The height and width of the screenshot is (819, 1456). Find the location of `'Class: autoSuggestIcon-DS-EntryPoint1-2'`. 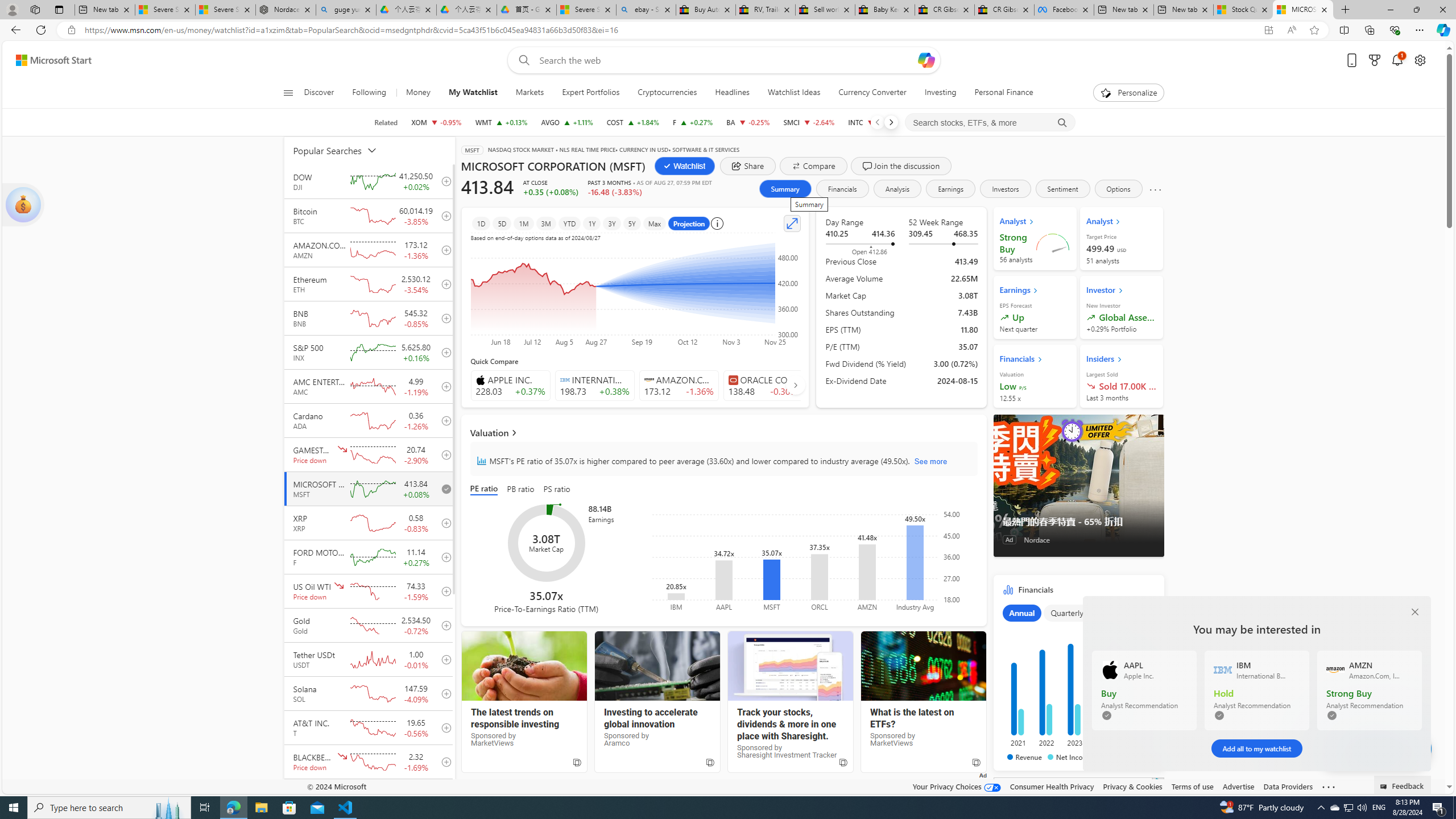

'Class: autoSuggestIcon-DS-EntryPoint1-2' is located at coordinates (733, 379).